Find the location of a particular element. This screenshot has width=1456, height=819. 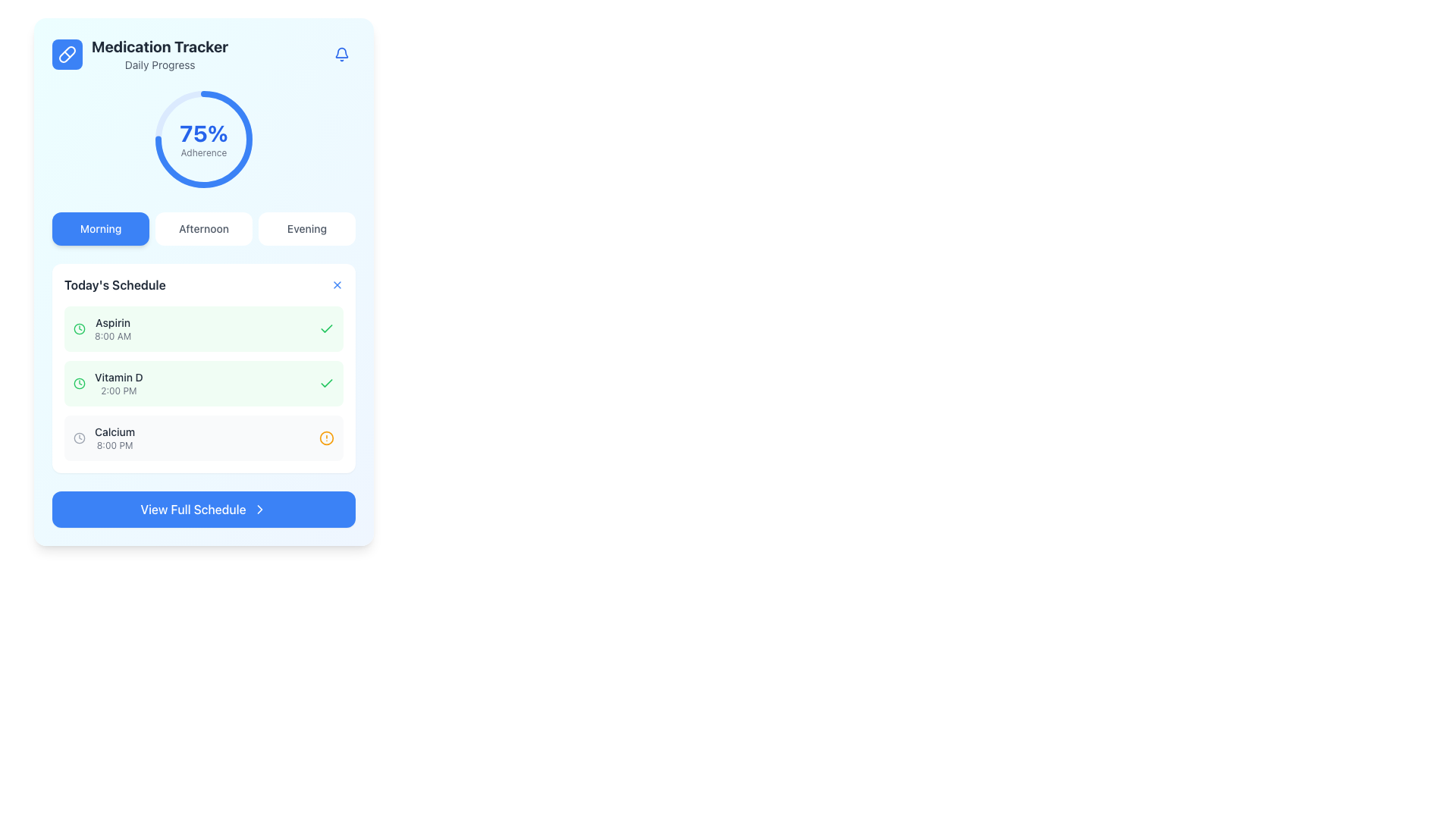

the text label component displaying 'Calcium' at '8:00 PM' in the 'Today's Schedule' section, positioned beneath 'Aspirin' and 'Vitamin D' is located at coordinates (114, 438).